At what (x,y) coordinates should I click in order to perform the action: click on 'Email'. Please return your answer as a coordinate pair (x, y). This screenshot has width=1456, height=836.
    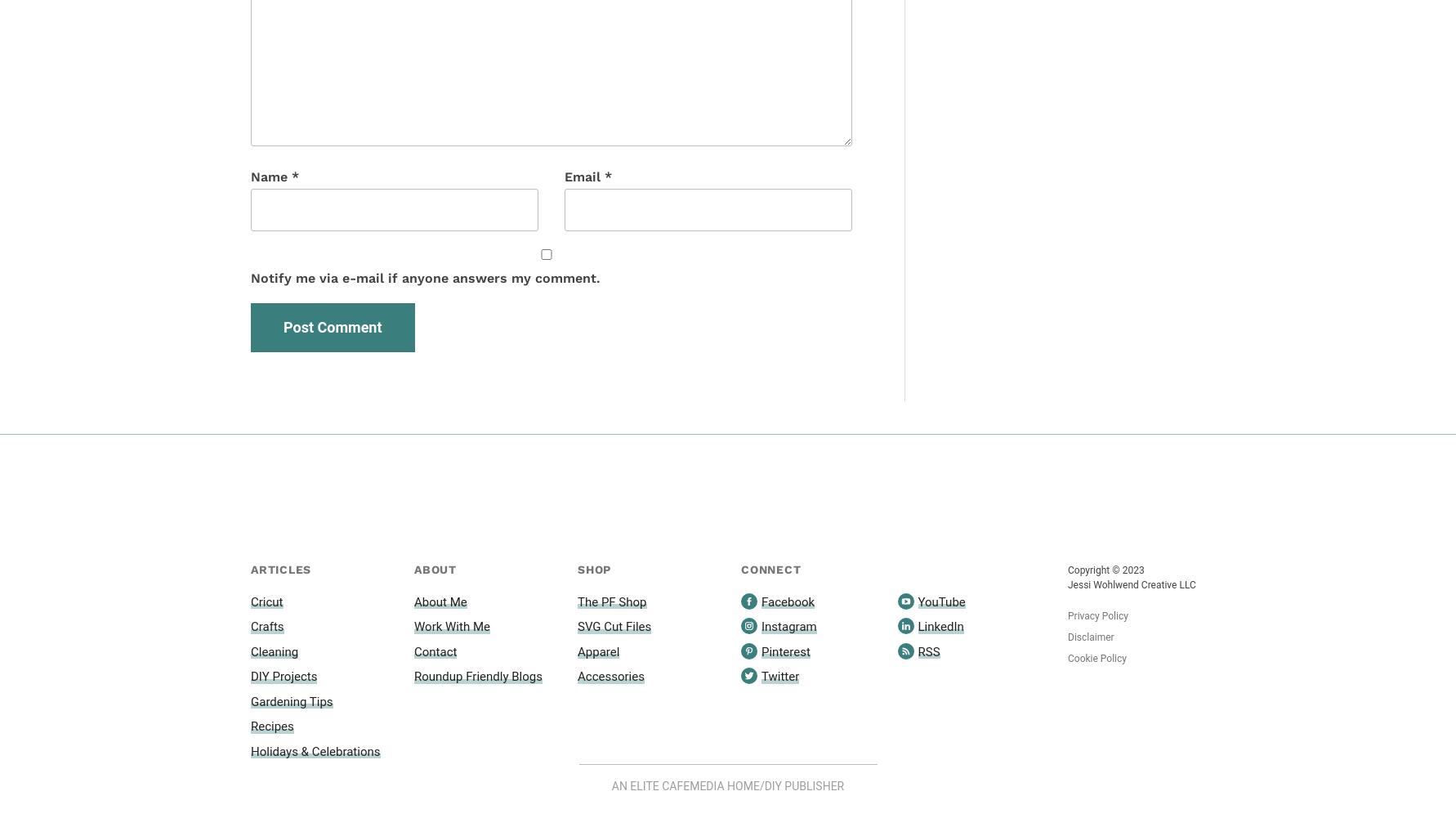
    Looking at the image, I should click on (584, 175).